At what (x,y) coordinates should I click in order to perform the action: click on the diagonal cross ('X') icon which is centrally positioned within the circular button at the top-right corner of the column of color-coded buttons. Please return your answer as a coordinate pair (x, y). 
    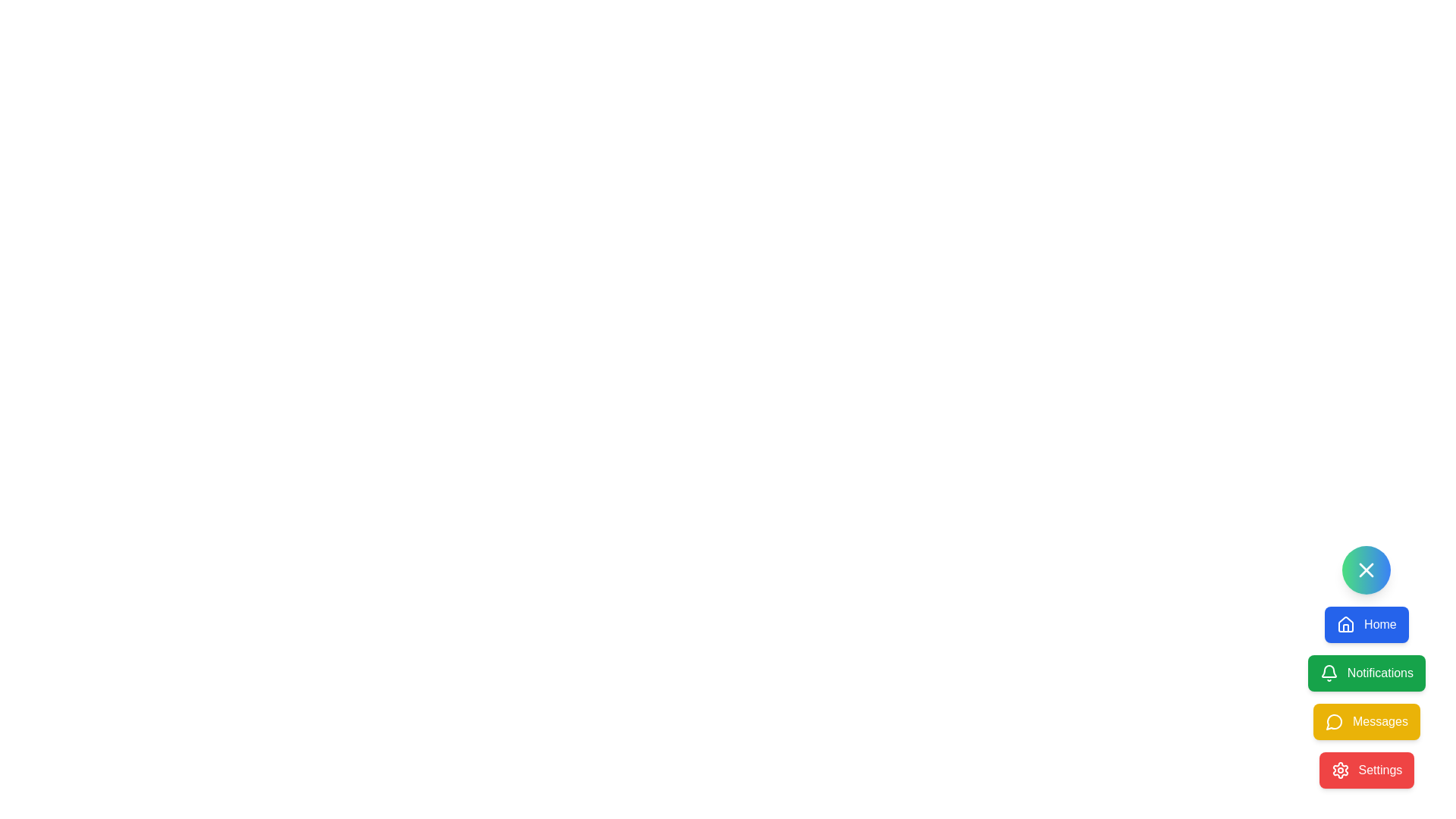
    Looking at the image, I should click on (1367, 570).